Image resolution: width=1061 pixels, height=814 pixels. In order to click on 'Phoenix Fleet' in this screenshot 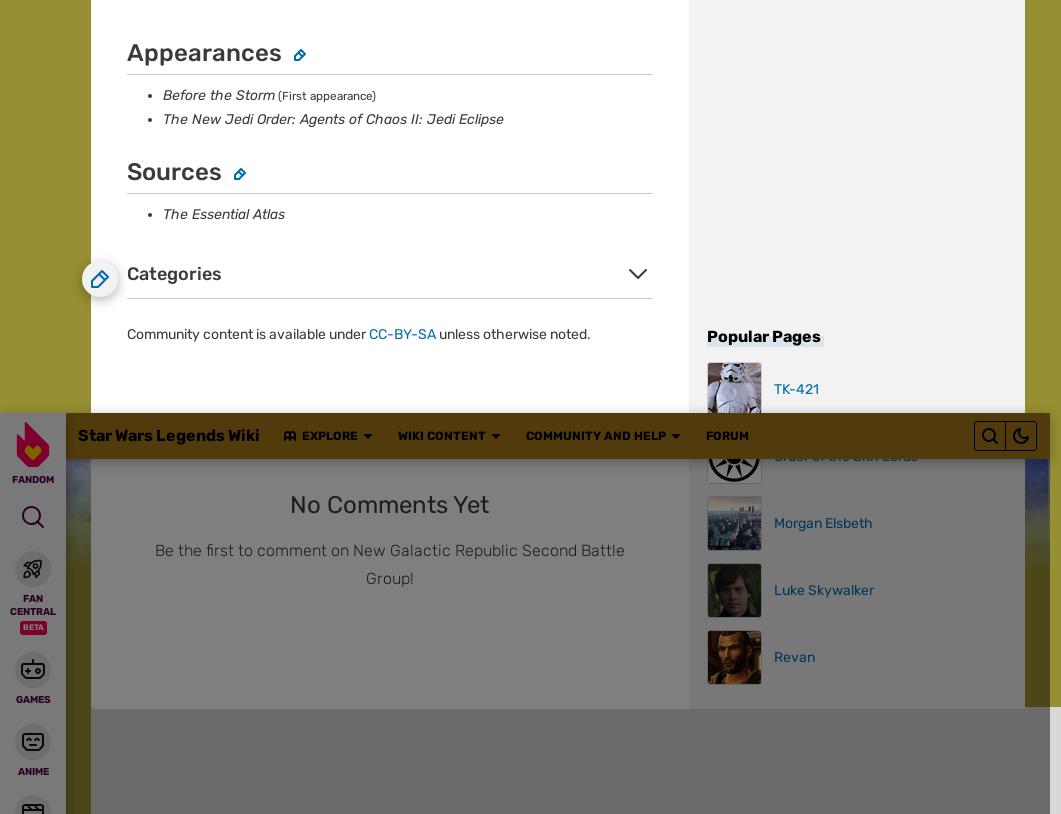, I will do `click(145, 559)`.